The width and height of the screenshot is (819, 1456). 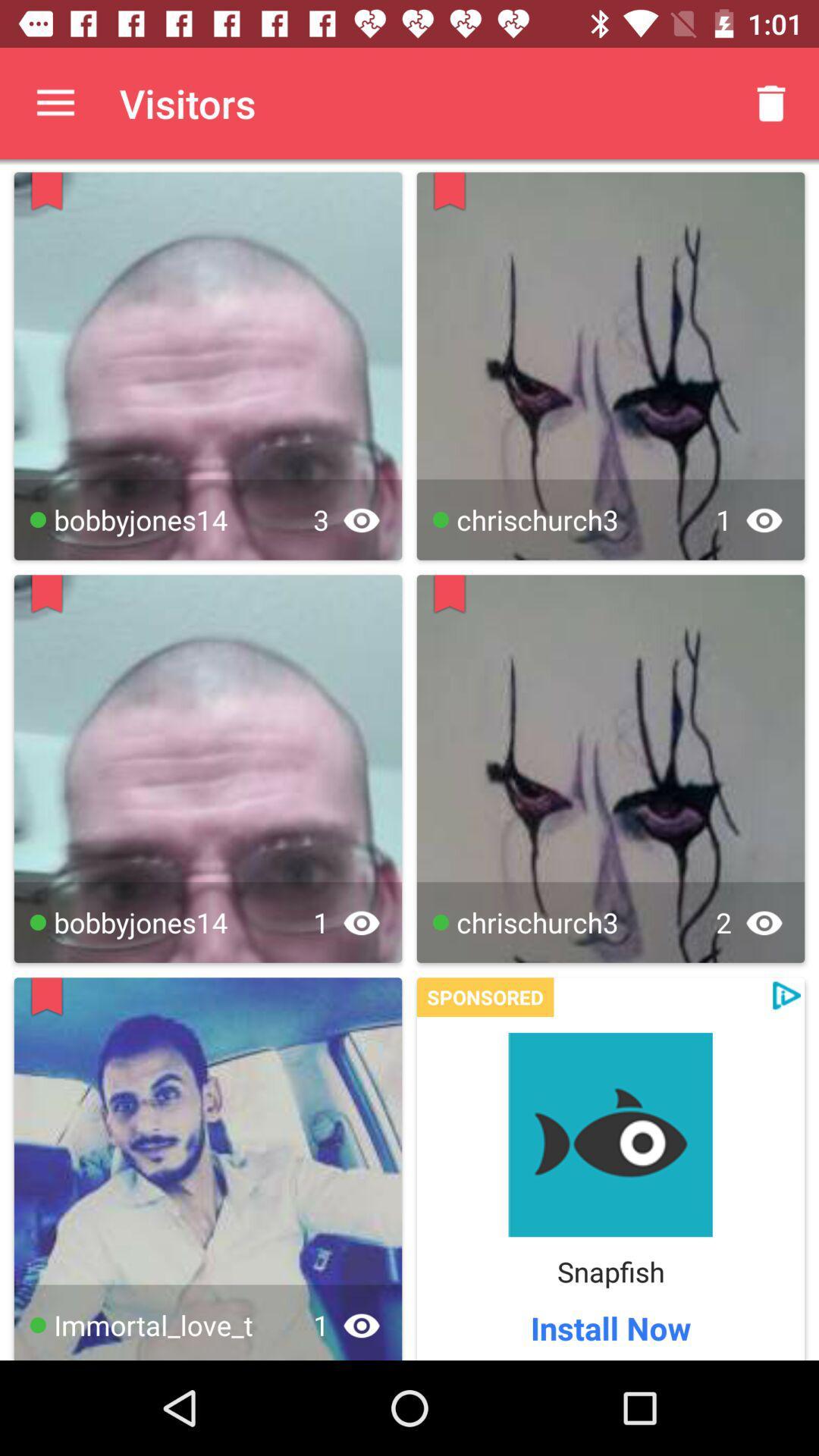 I want to click on the icon to the left of visitors icon, so click(x=55, y=102).